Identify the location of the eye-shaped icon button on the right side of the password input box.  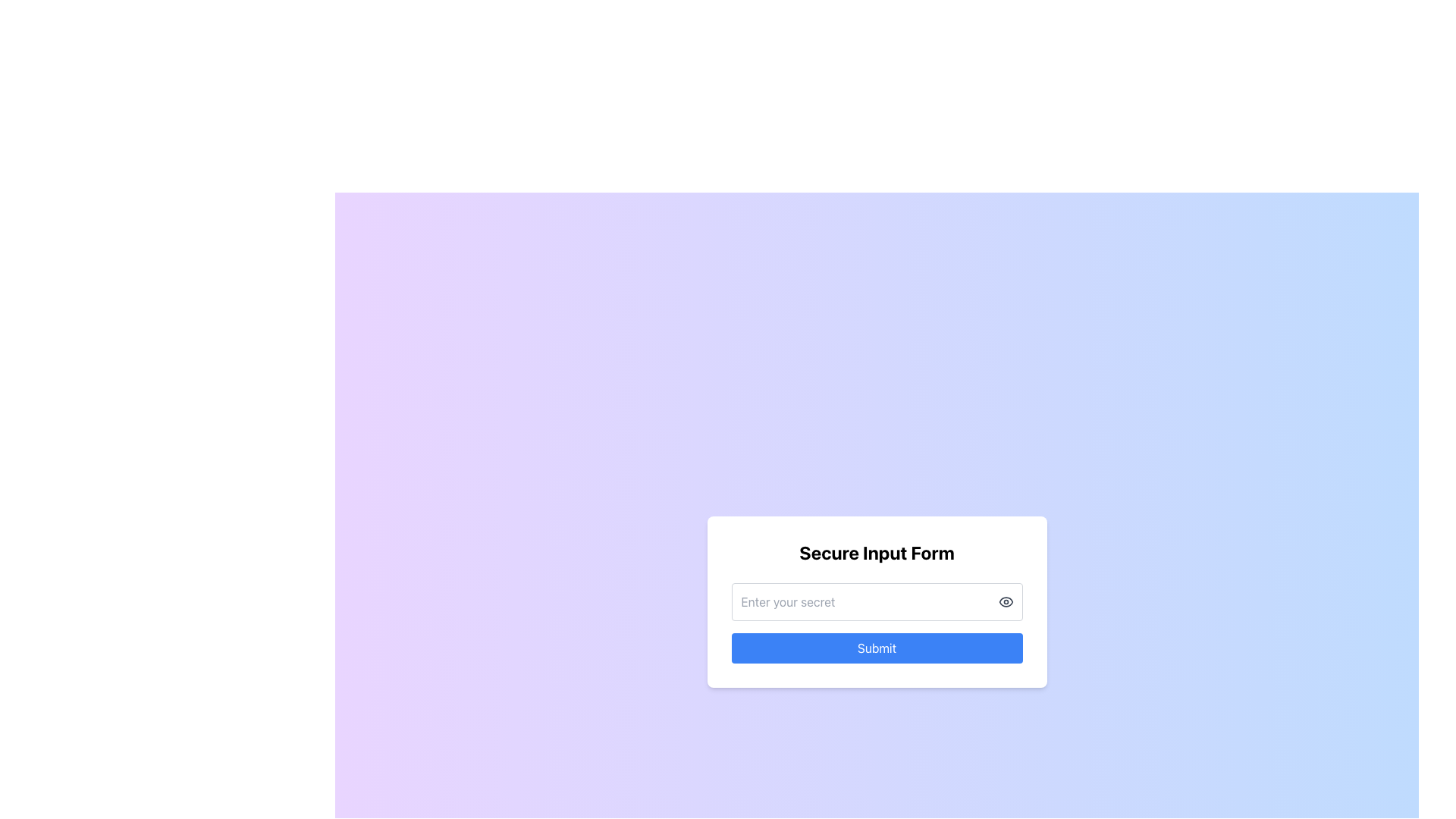
(1006, 601).